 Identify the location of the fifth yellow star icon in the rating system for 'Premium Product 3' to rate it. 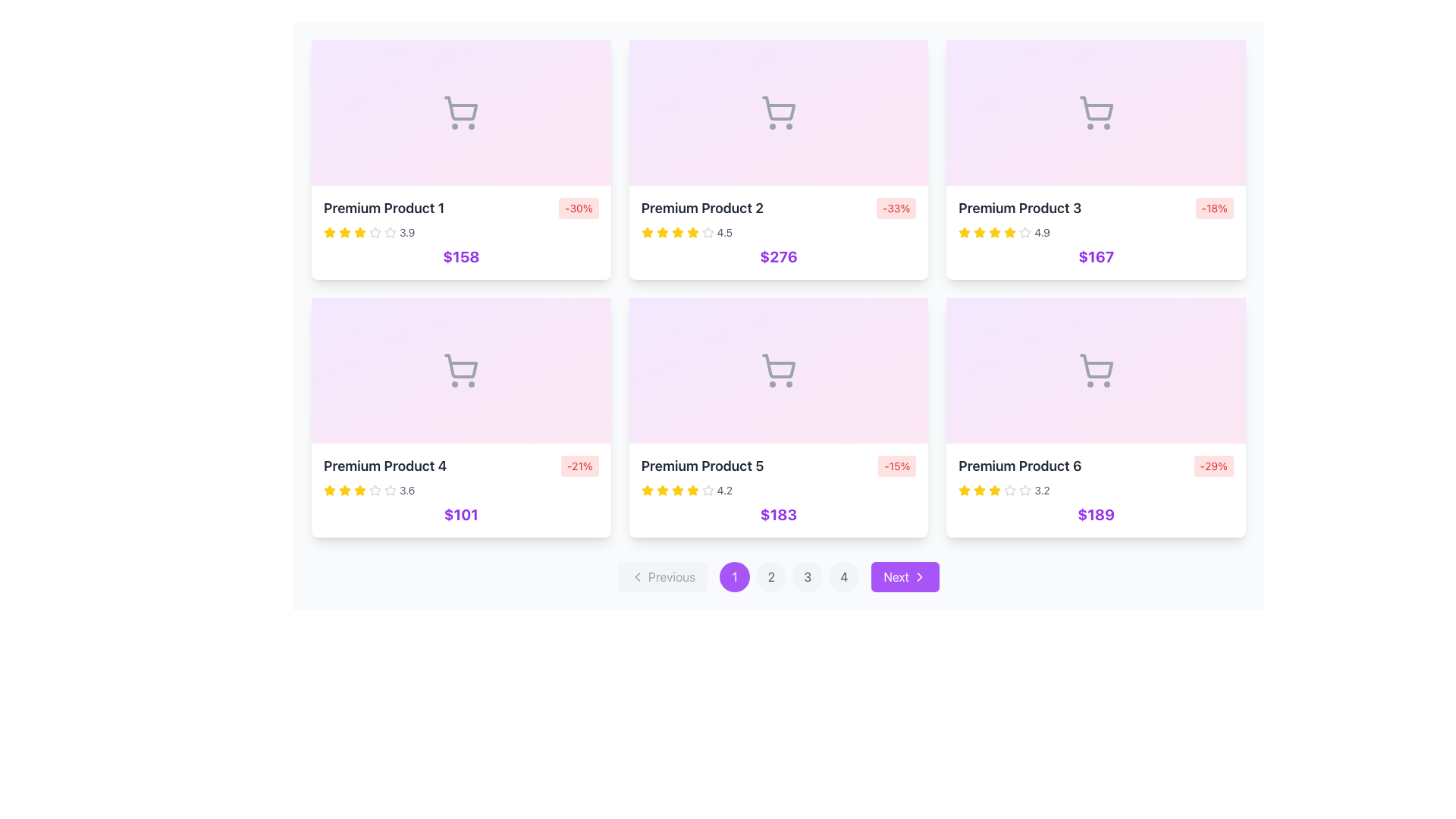
(964, 232).